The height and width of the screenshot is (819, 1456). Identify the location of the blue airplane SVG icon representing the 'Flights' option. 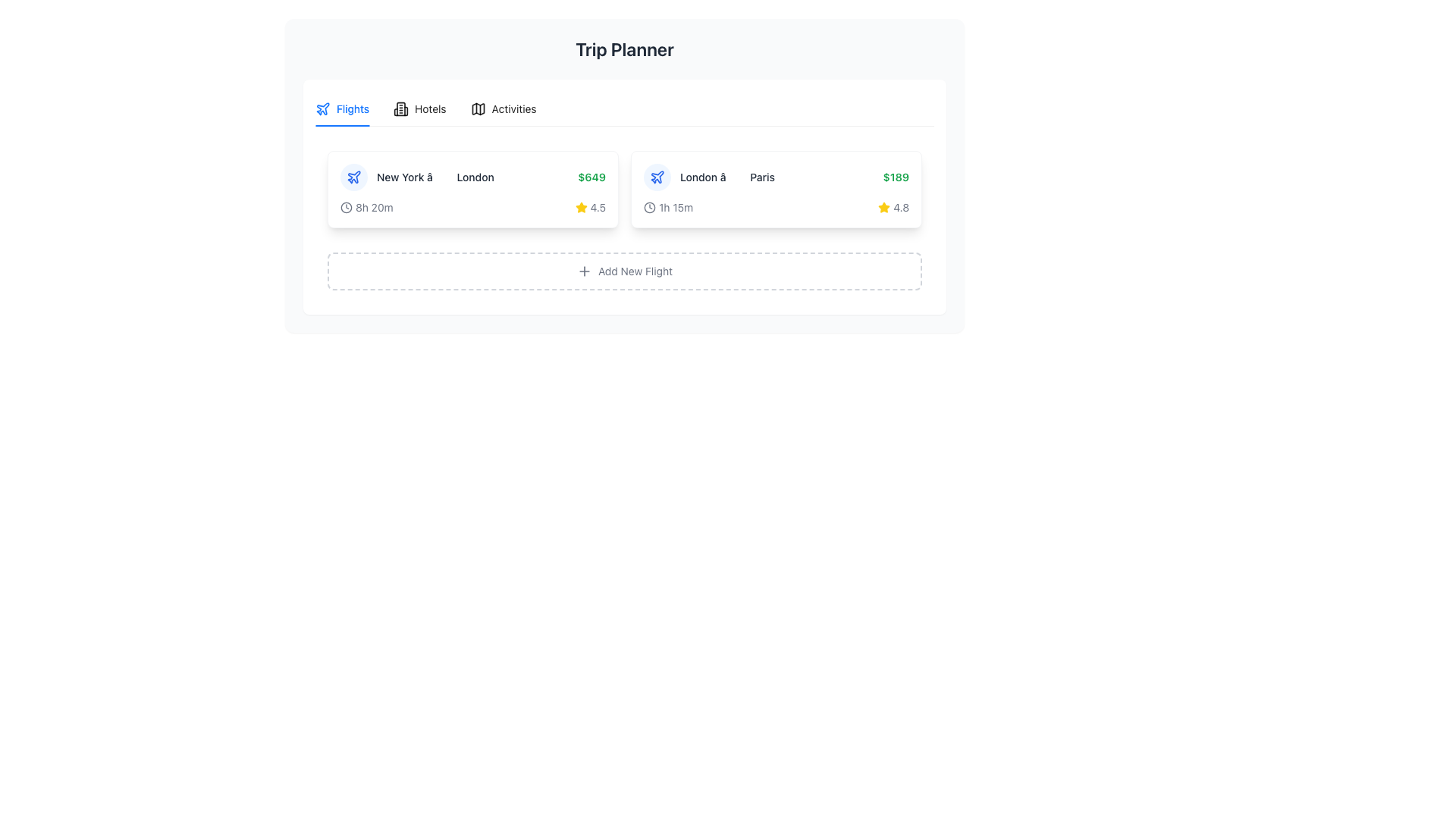
(322, 108).